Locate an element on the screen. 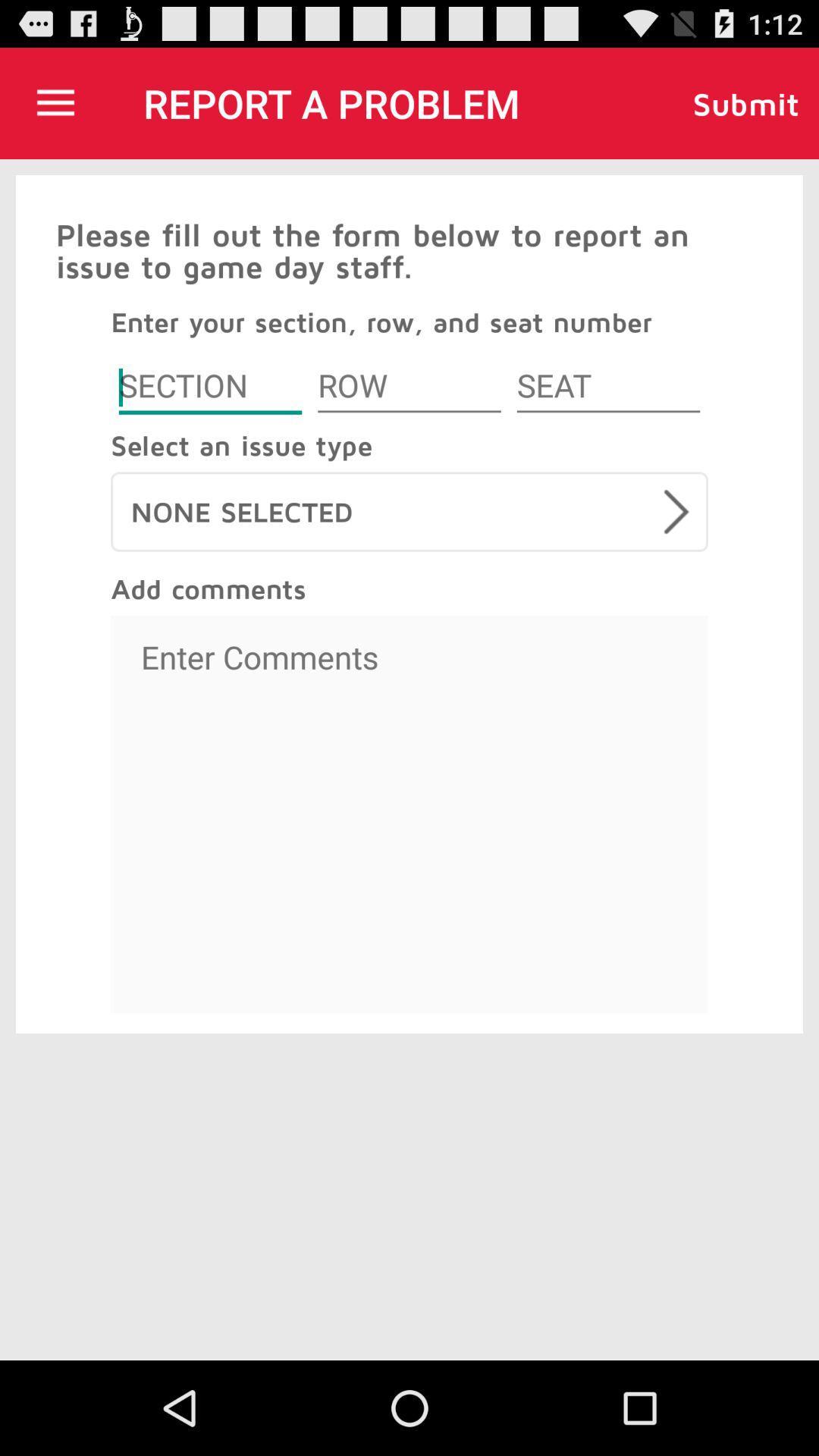 The image size is (819, 1456). seat number is located at coordinates (607, 388).